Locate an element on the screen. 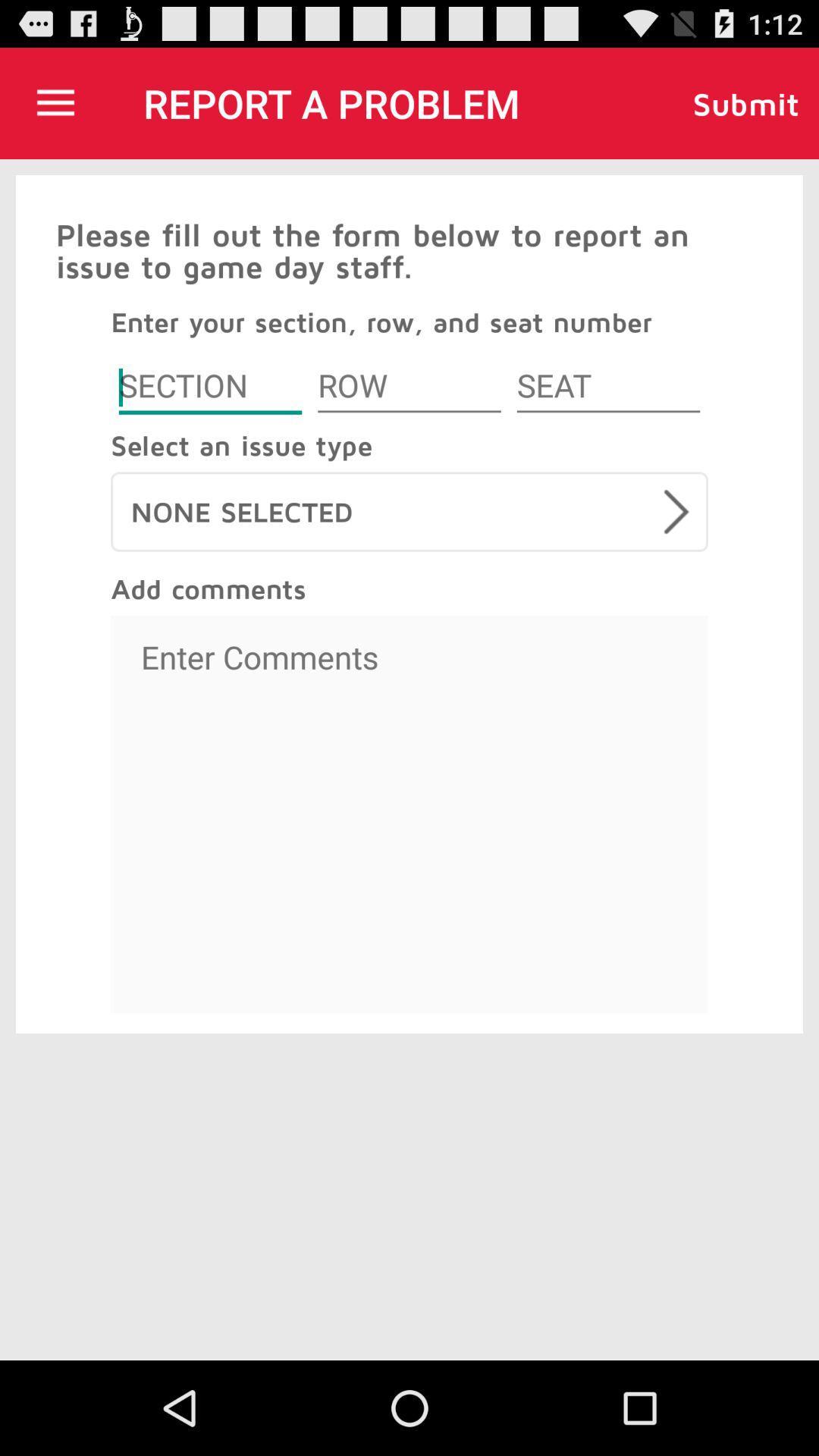 The image size is (819, 1456). seat number is located at coordinates (607, 388).